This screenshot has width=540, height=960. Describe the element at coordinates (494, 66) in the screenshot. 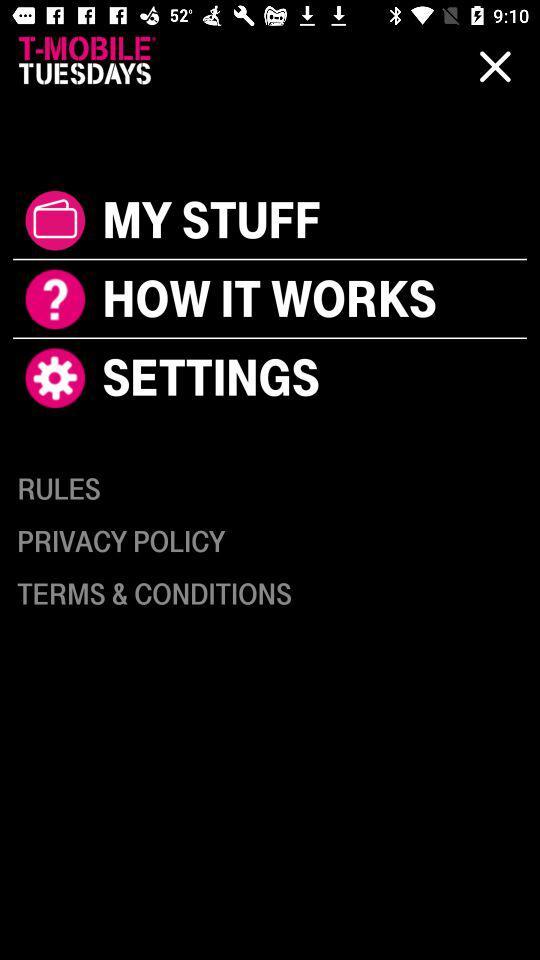

I see `close` at that location.